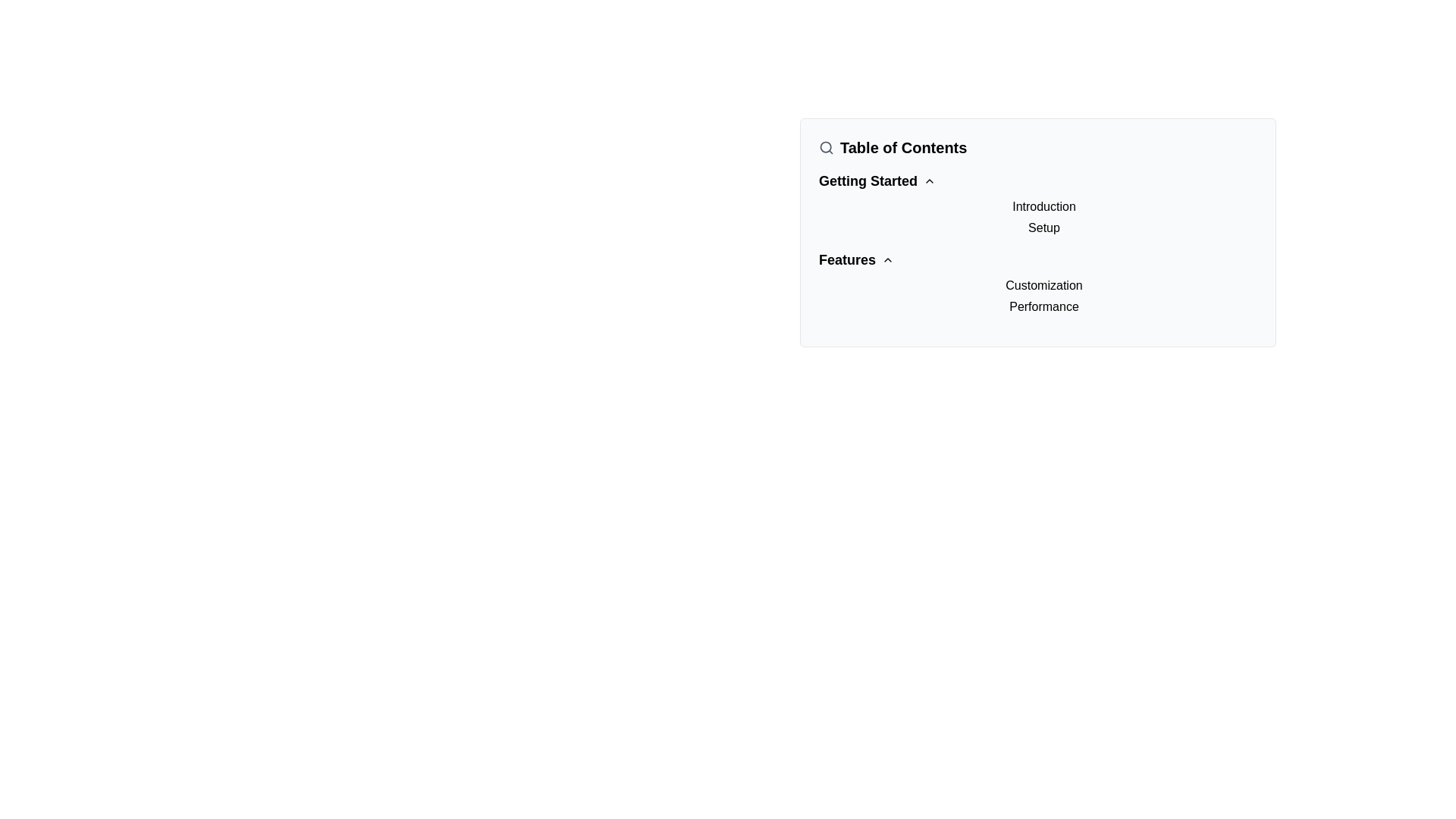 This screenshot has height=819, width=1456. What do you see at coordinates (877, 180) in the screenshot?
I see `the 'Getting Started' collapsible header link` at bounding box center [877, 180].